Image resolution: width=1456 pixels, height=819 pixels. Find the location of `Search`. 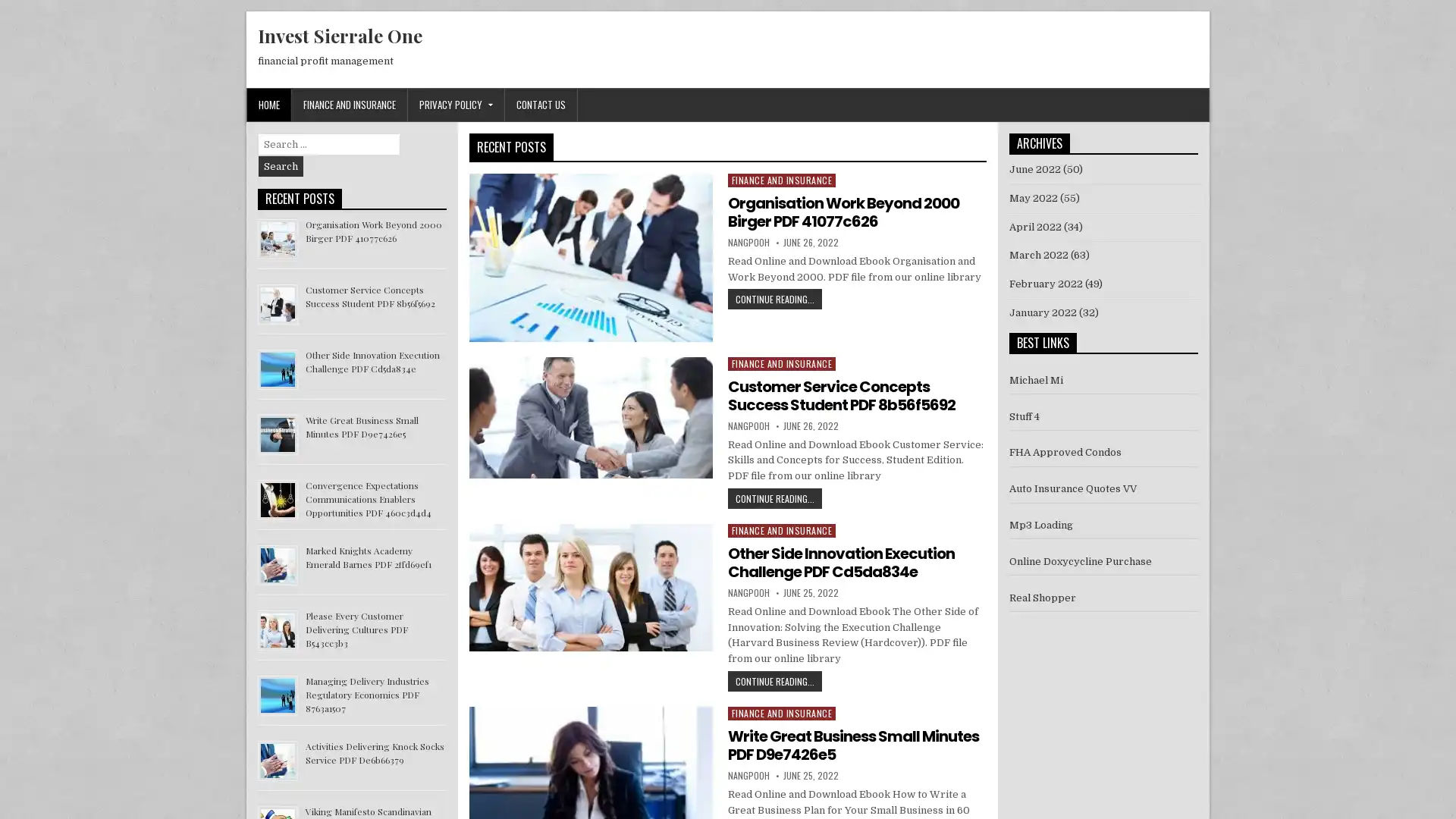

Search is located at coordinates (281, 166).